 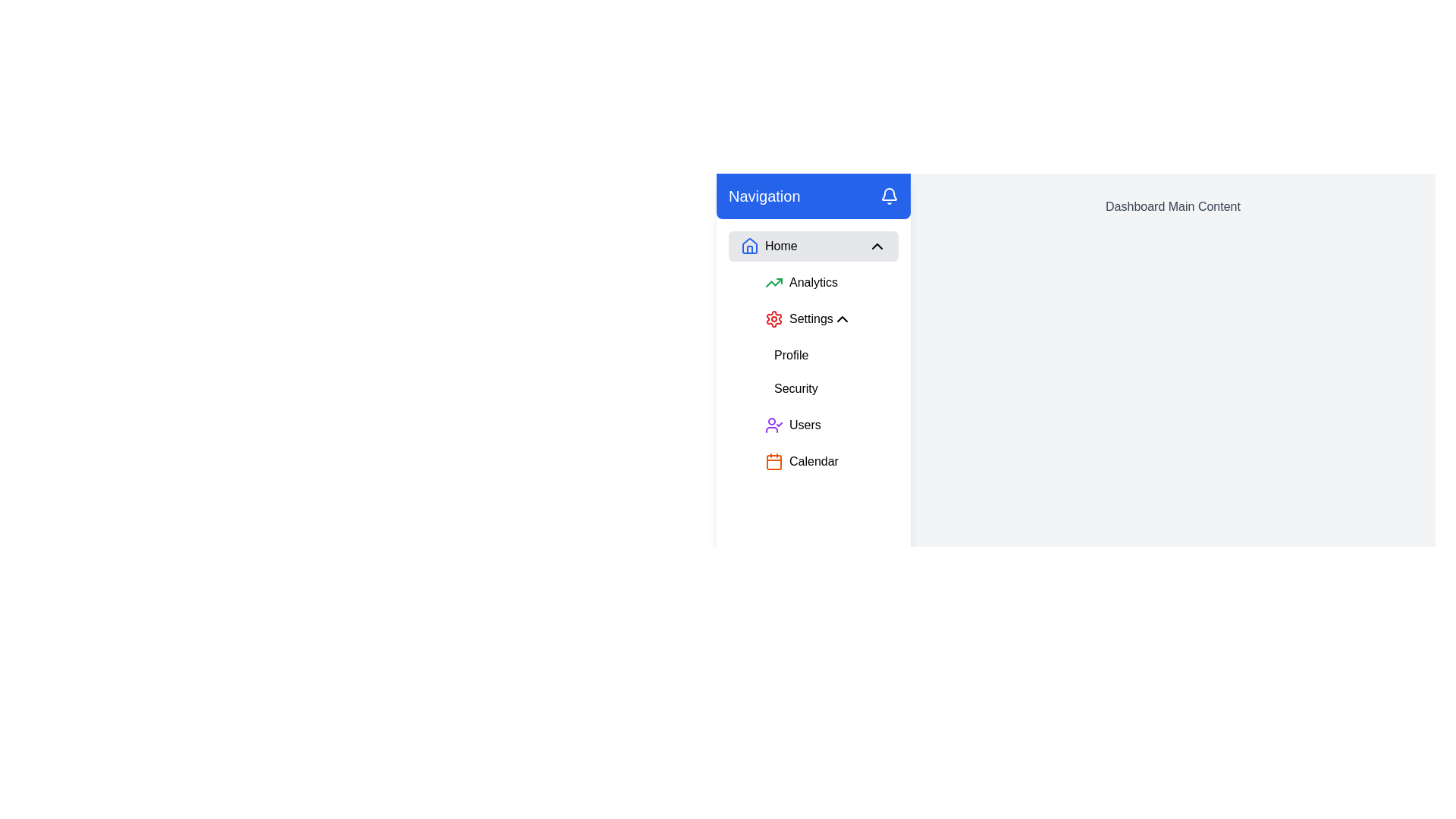 What do you see at coordinates (774, 318) in the screenshot?
I see `the 'Settings' icon located in the vertical navigation menu, which is the second item from the top under the 'Home' section` at bounding box center [774, 318].